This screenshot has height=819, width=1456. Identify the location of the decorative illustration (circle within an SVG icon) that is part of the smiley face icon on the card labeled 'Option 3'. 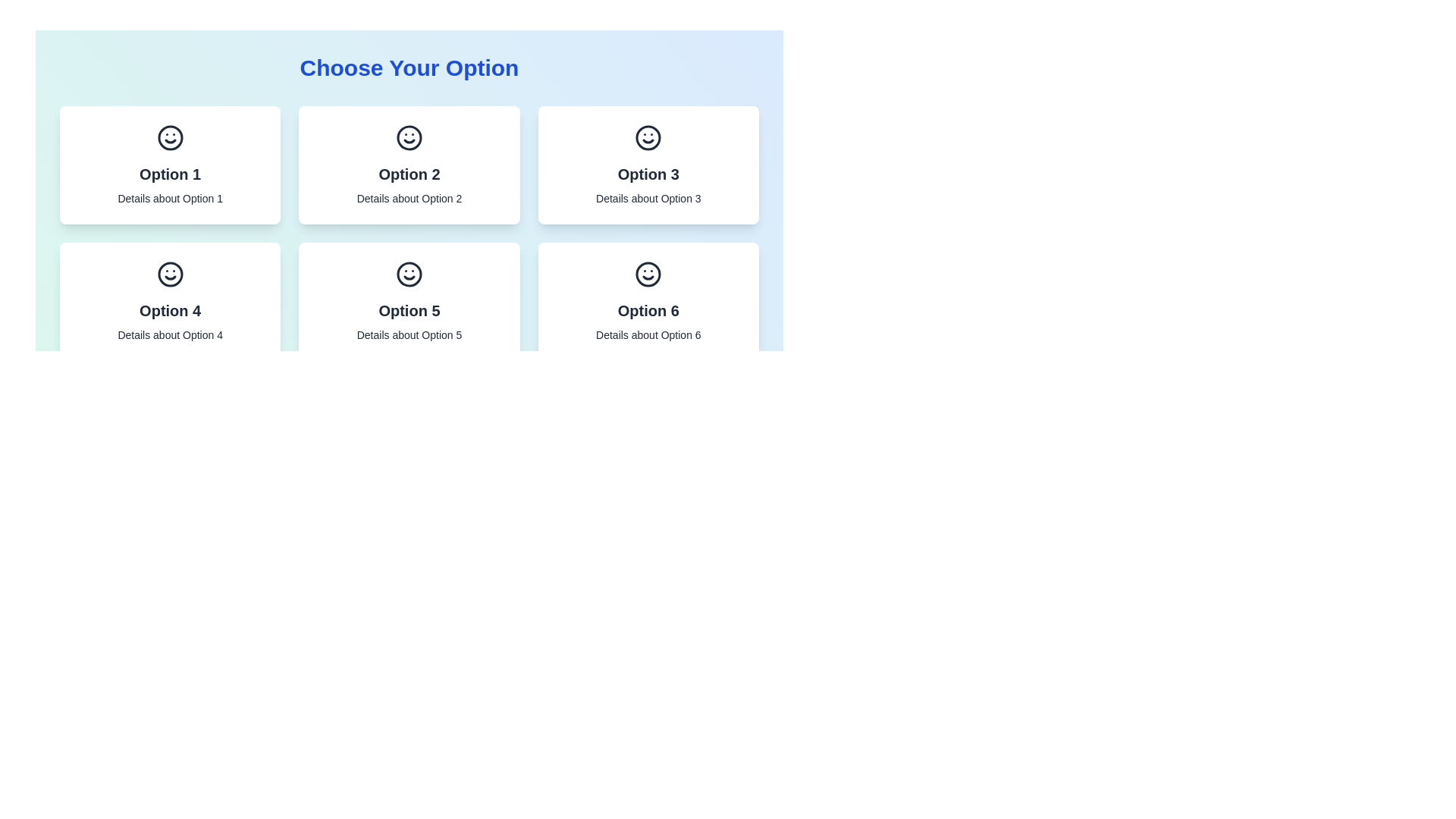
(648, 137).